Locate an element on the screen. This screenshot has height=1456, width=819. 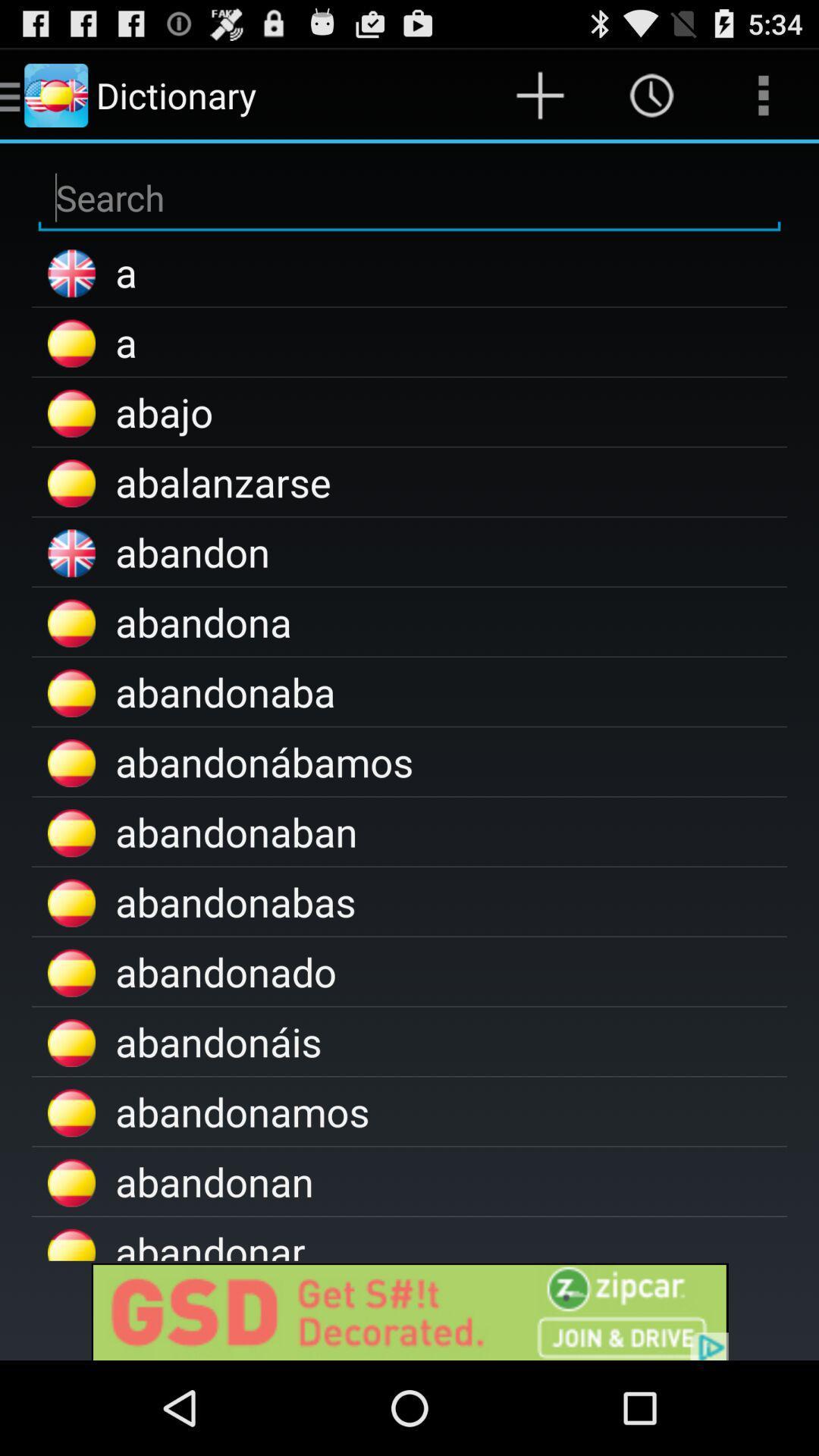
search for words is located at coordinates (409, 197).